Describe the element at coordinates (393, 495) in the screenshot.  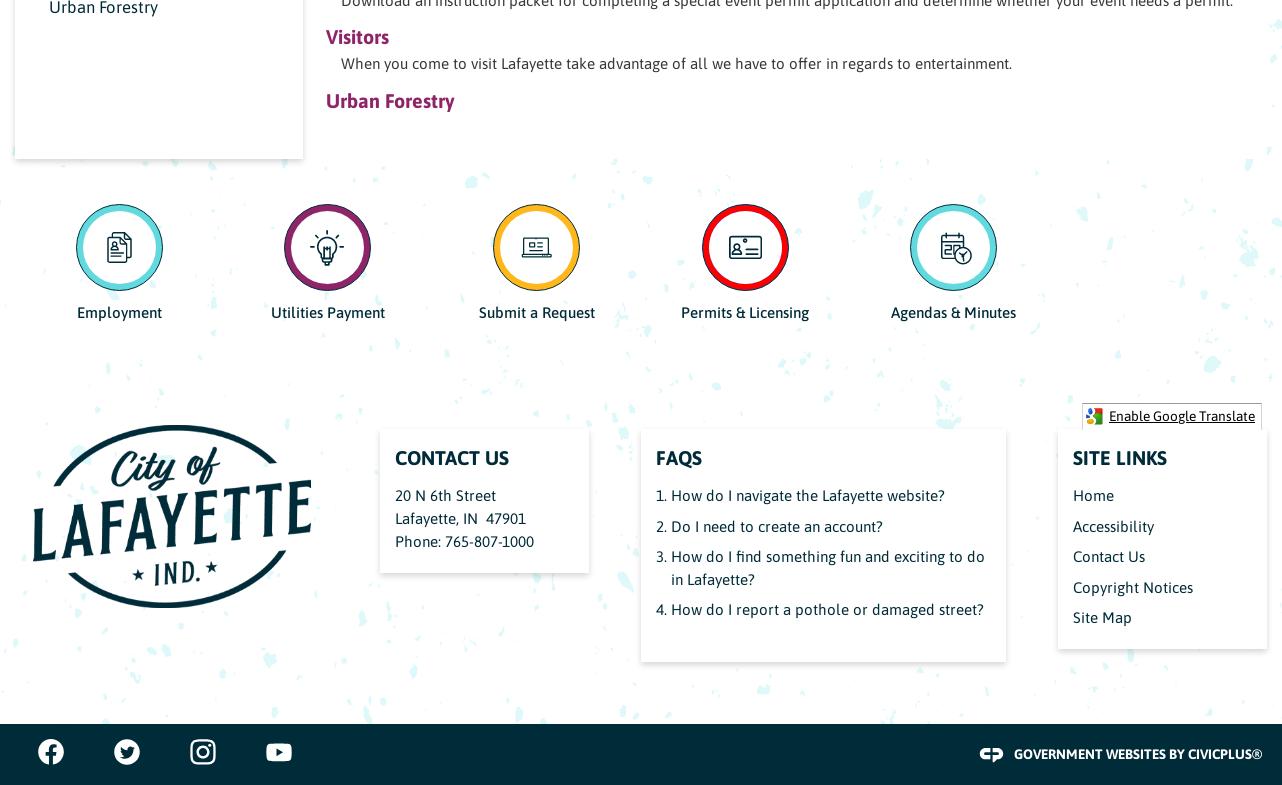
I see `'20 N 6th Street'` at that location.